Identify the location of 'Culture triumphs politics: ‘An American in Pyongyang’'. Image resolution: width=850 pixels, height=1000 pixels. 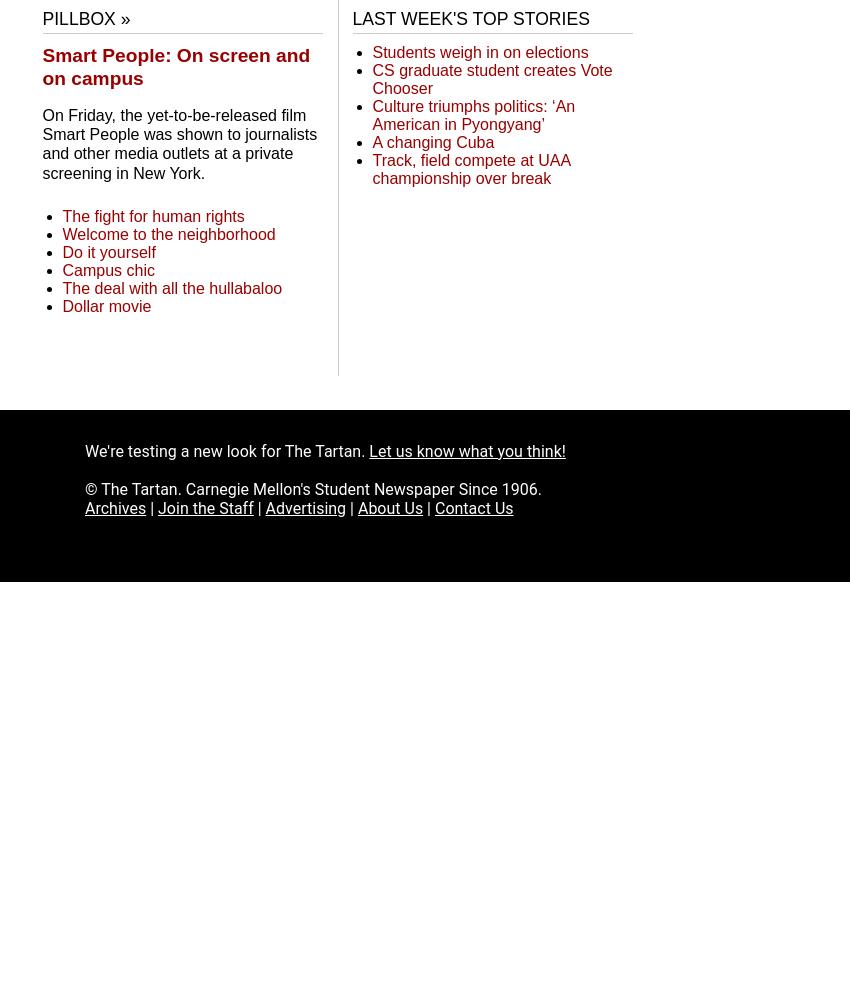
(473, 114).